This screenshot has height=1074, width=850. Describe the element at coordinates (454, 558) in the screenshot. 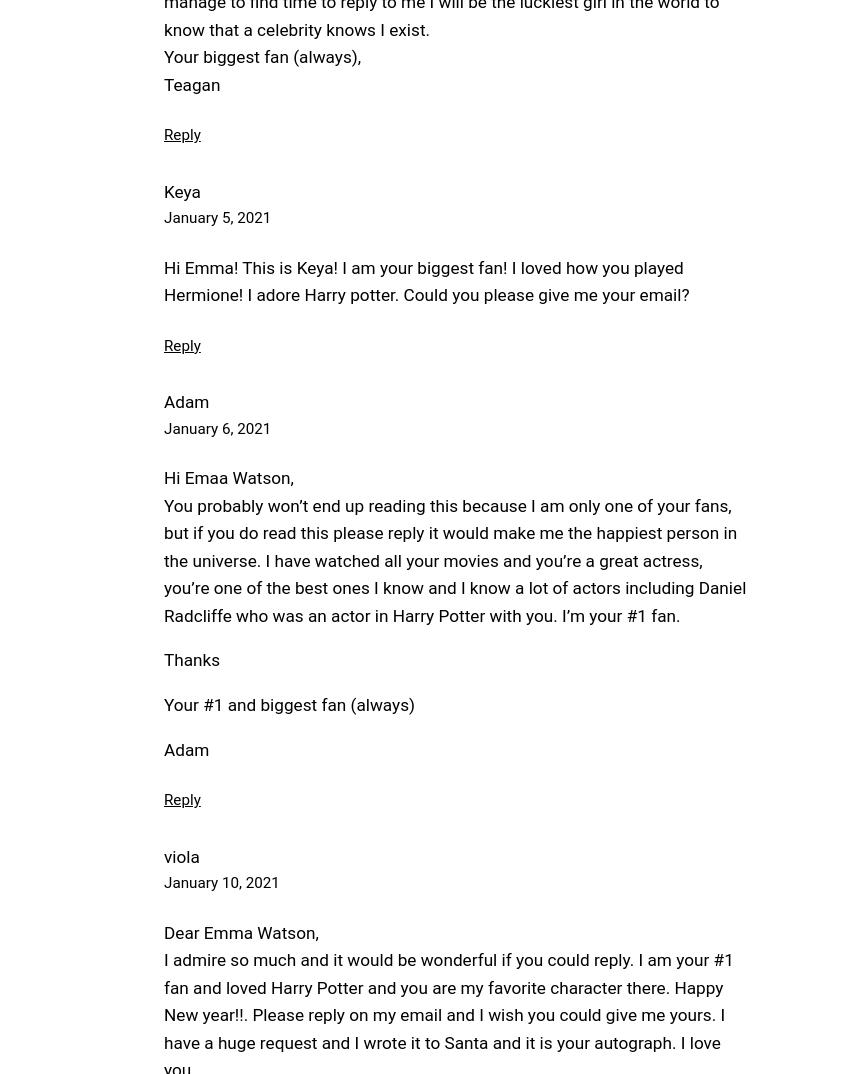

I see `'You probably won’t end up reading this because I am only one of your fans, but if you do read this please reply it would make me the happiest person in the universe. I have watched all your movies and you’re a great actress, you’re one of the best ones I know and I know a lot of actors including Daniel Radcliffe who was an actor in Harry Potter with you. I’m your #1 fan.'` at that location.